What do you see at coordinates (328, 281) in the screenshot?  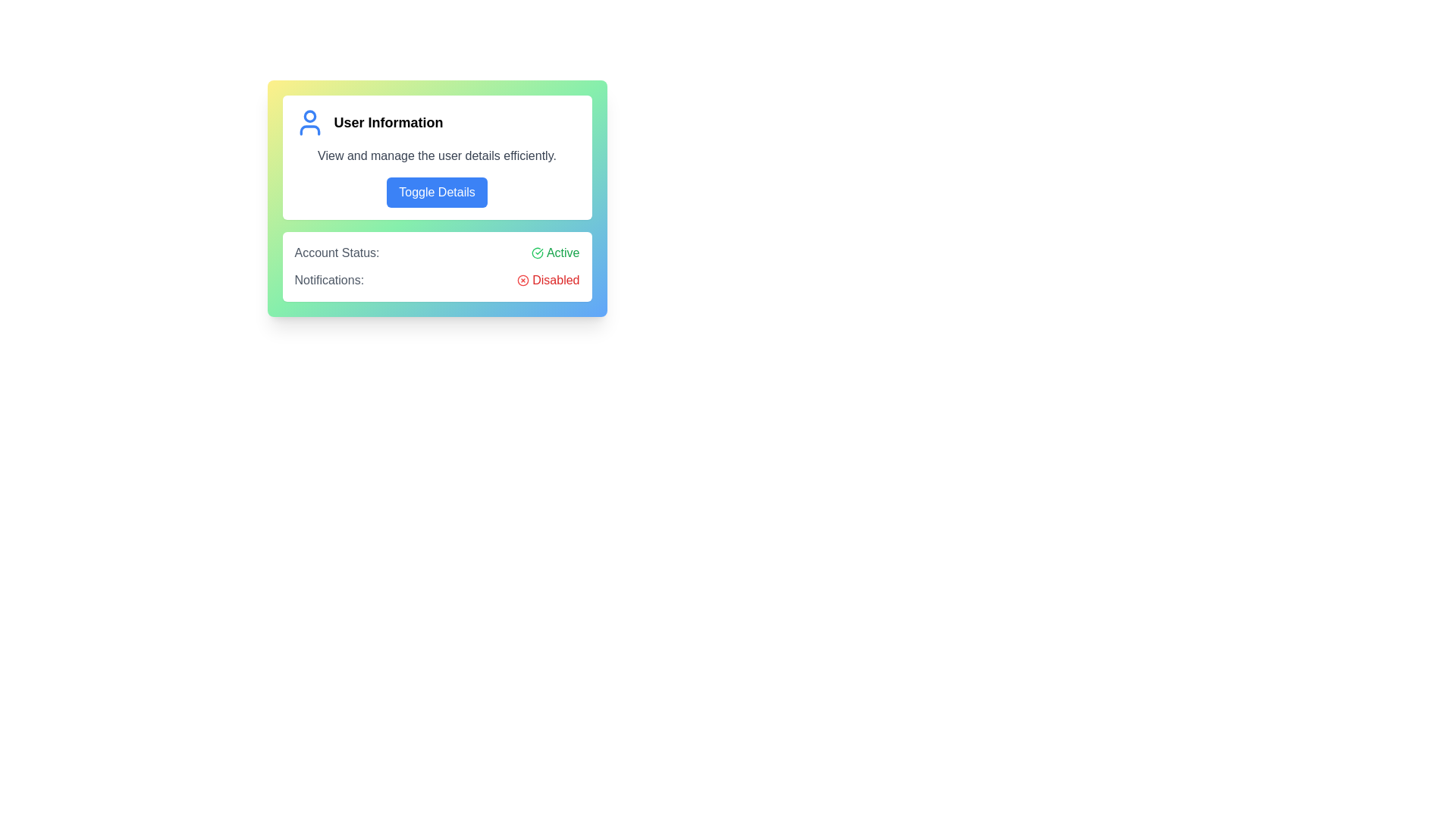 I see `the Text Label that indicates the purpose of the adjacent notification settings controls, positioned below the account status label and to the left of the 'Disabled' status indicator` at bounding box center [328, 281].